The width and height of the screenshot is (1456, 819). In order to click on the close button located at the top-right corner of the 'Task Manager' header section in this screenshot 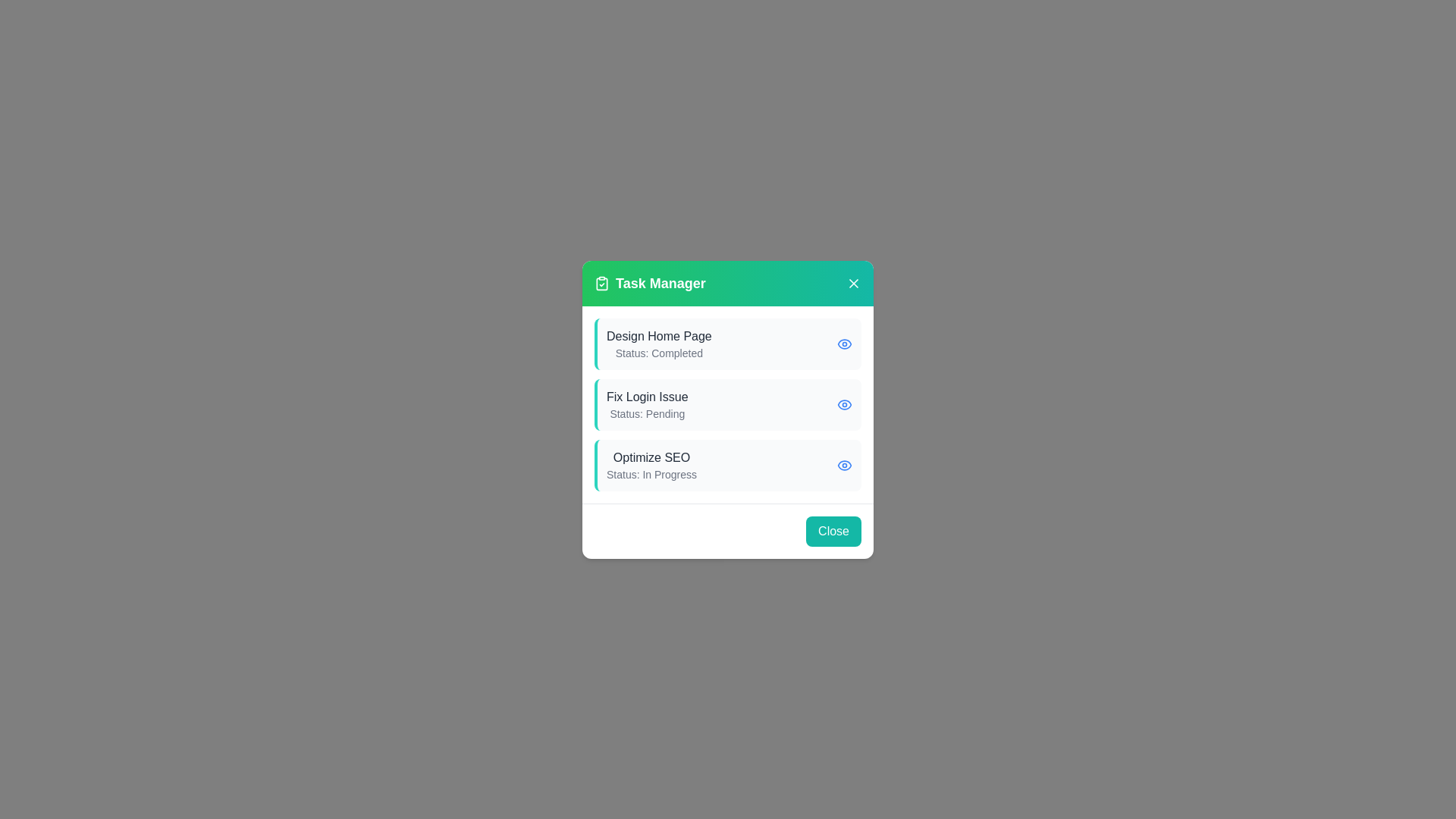, I will do `click(854, 283)`.